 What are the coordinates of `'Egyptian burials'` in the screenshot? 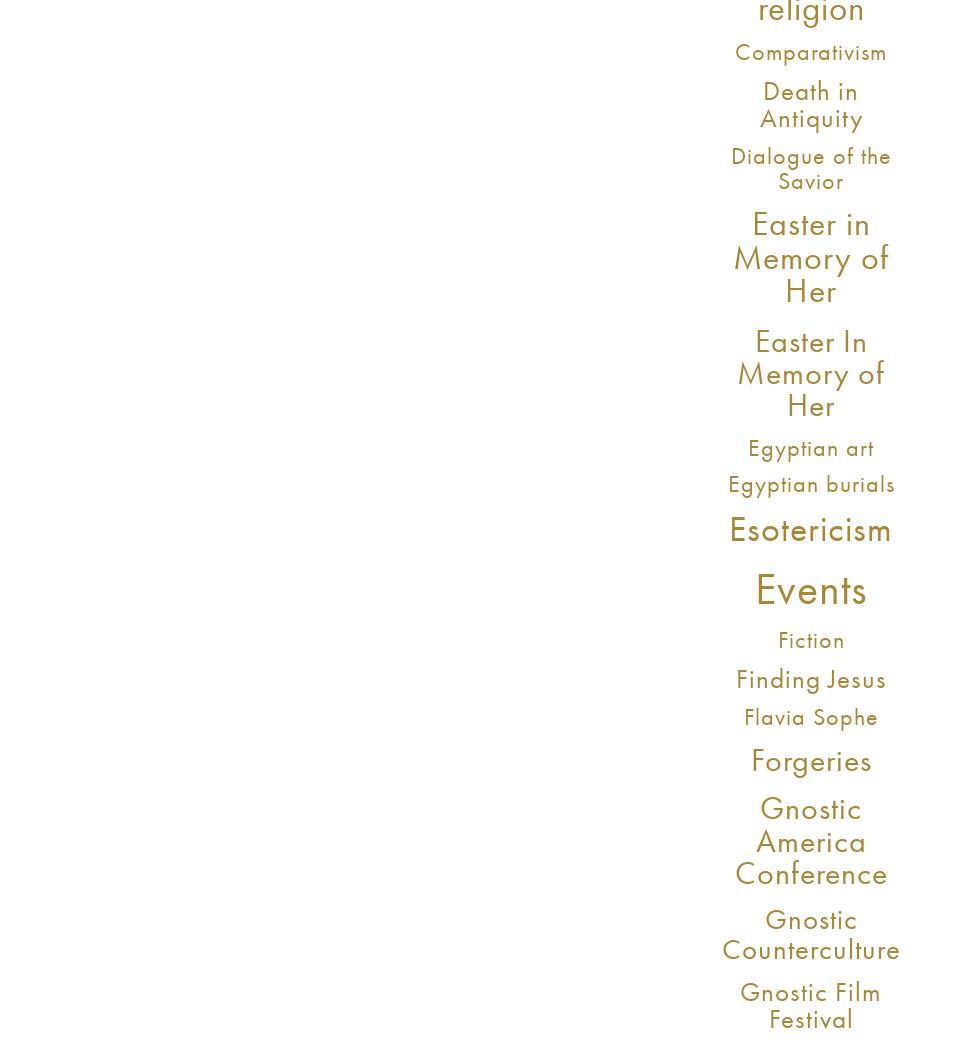 It's located at (809, 482).